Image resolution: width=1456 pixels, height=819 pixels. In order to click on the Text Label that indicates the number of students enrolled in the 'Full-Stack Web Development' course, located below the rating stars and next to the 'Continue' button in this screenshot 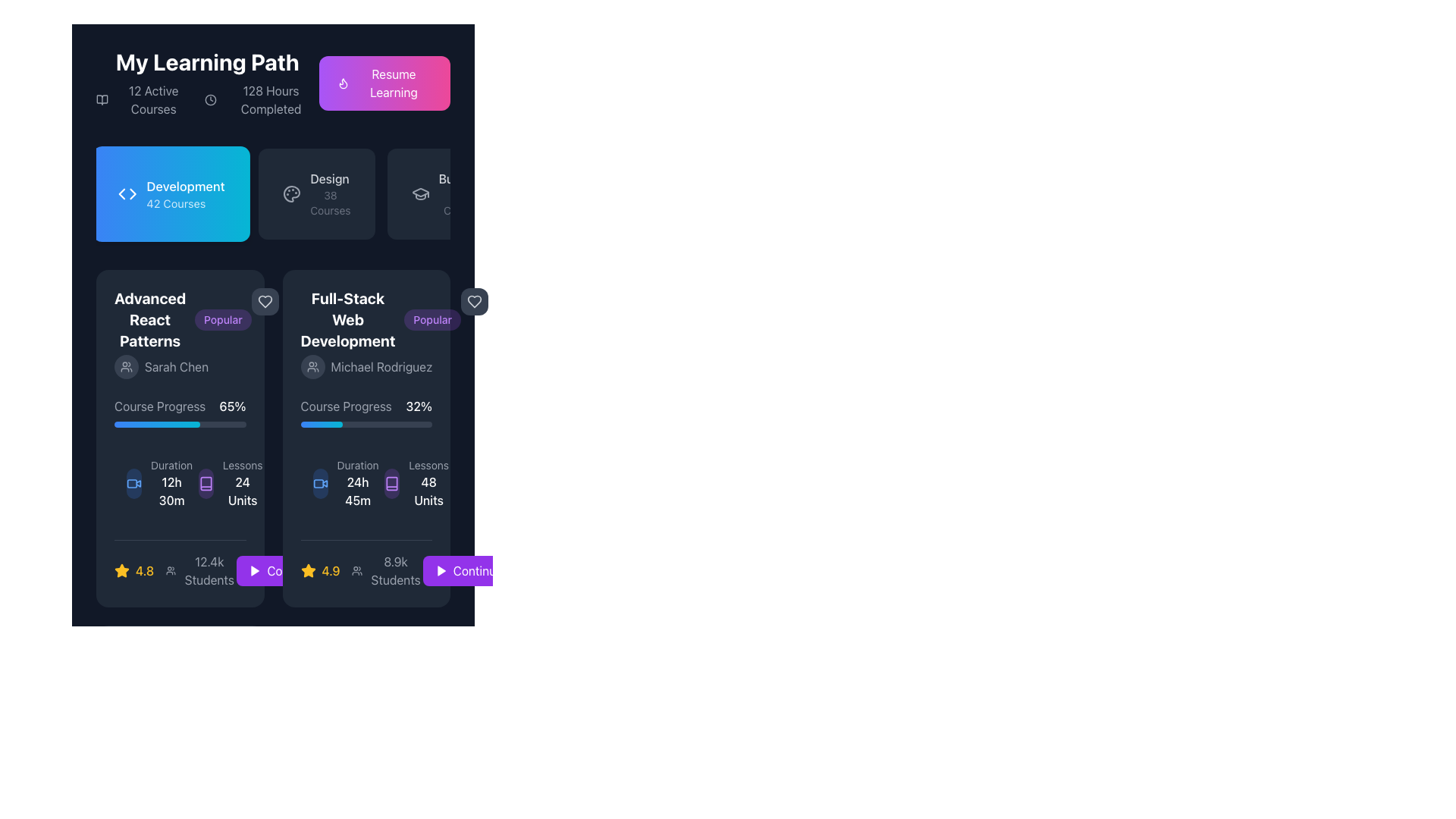, I will do `click(396, 570)`.